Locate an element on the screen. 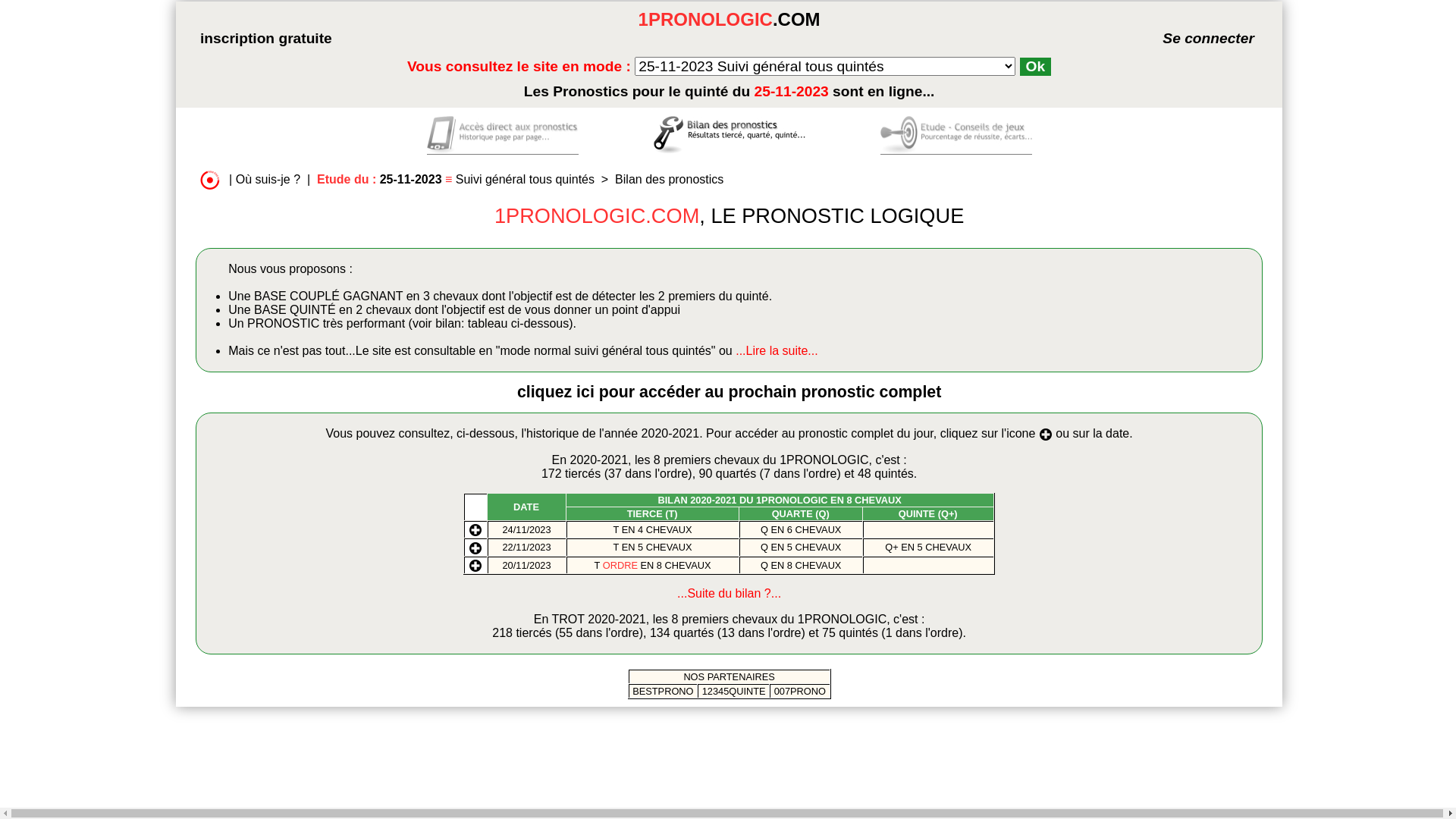 The image size is (1456, 819). 'inscription gratuite' is located at coordinates (265, 37).